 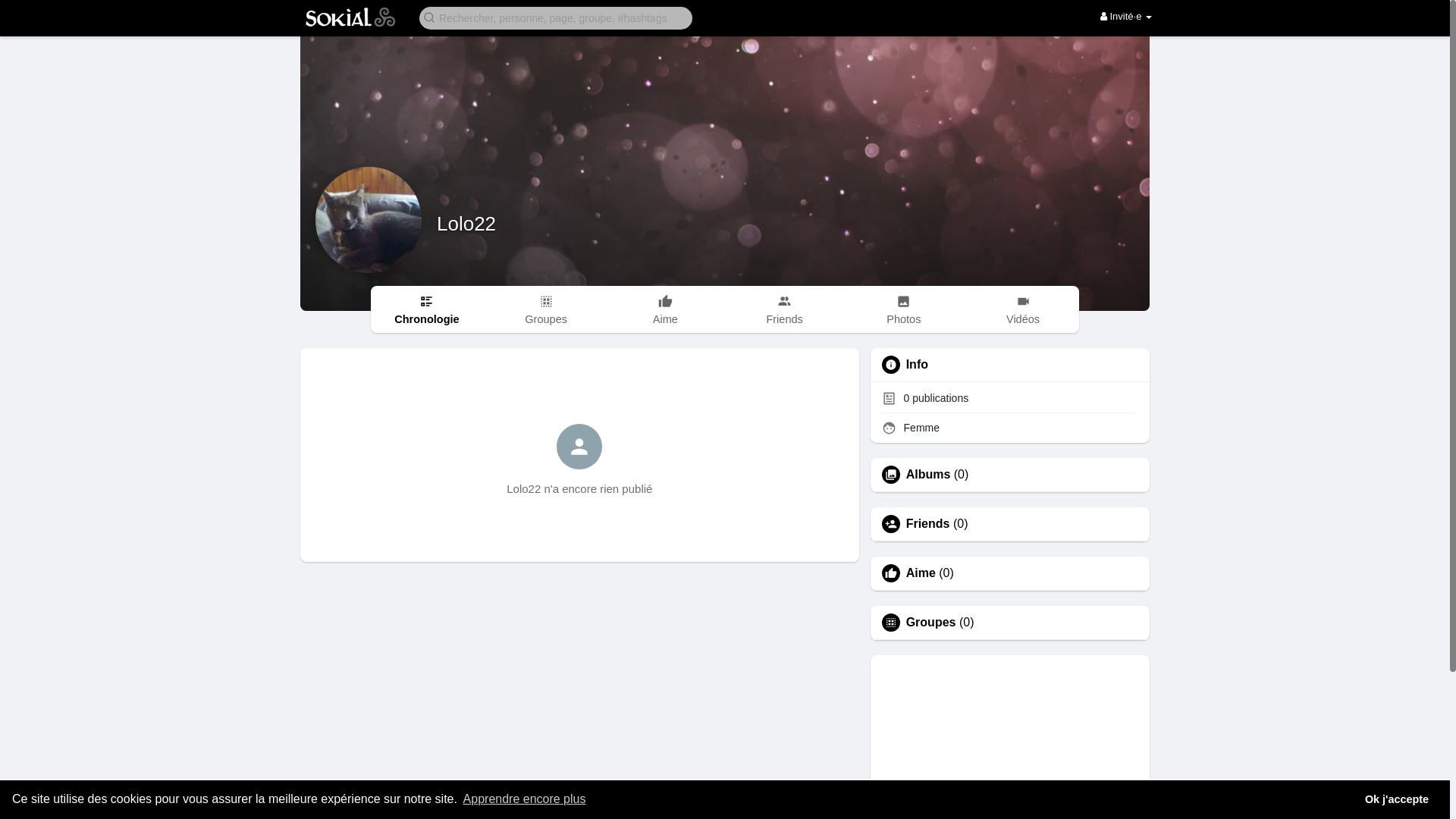 What do you see at coordinates (524, 798) in the screenshot?
I see `'Apprendre encore plus'` at bounding box center [524, 798].